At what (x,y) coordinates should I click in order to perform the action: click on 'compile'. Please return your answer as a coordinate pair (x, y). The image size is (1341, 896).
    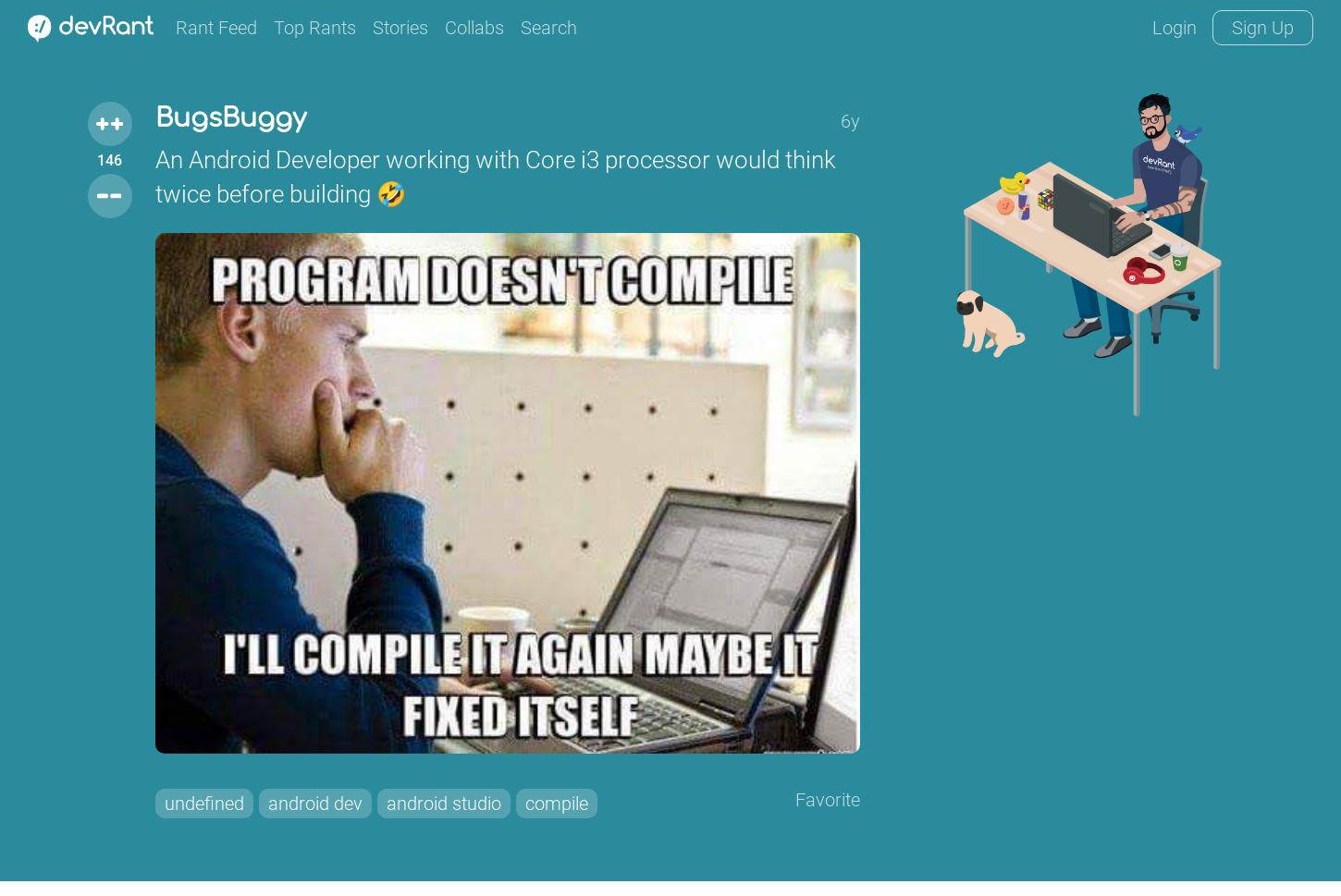
    Looking at the image, I should click on (556, 802).